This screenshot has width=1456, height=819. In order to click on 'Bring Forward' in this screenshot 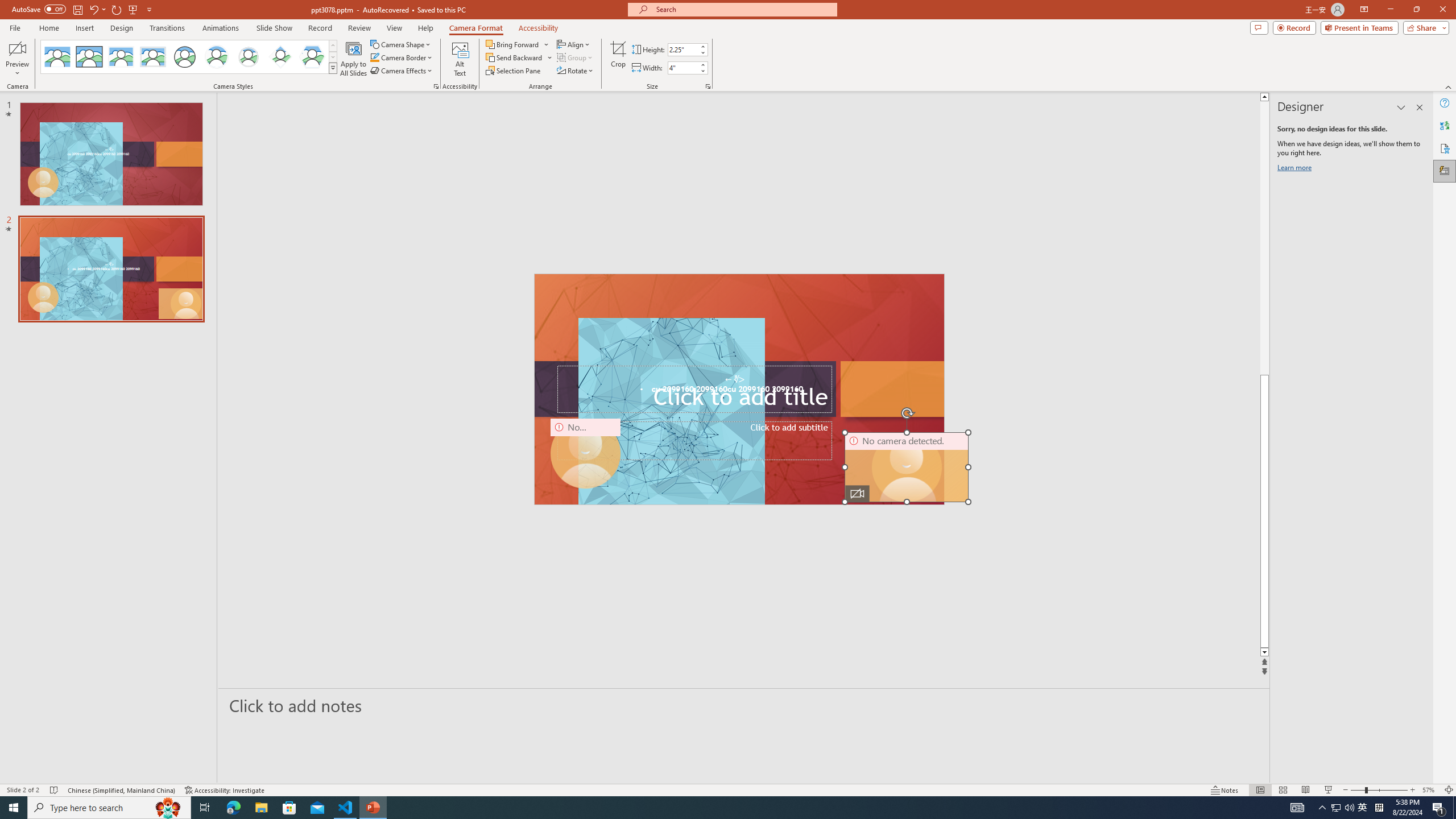, I will do `click(512, 44)`.